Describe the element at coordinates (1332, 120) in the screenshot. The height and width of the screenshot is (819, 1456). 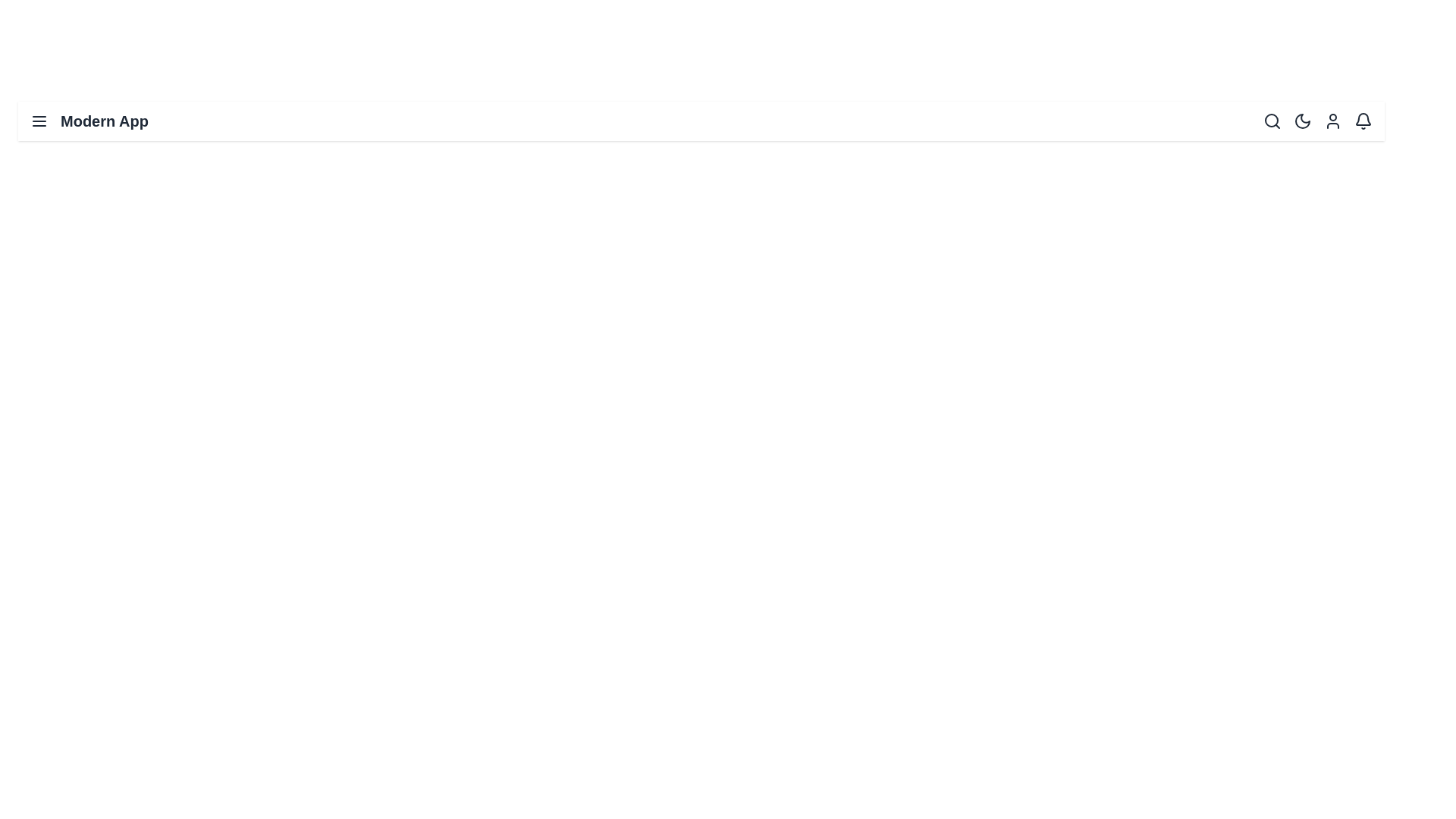
I see `the user profile icon to interact with the user profile` at that location.